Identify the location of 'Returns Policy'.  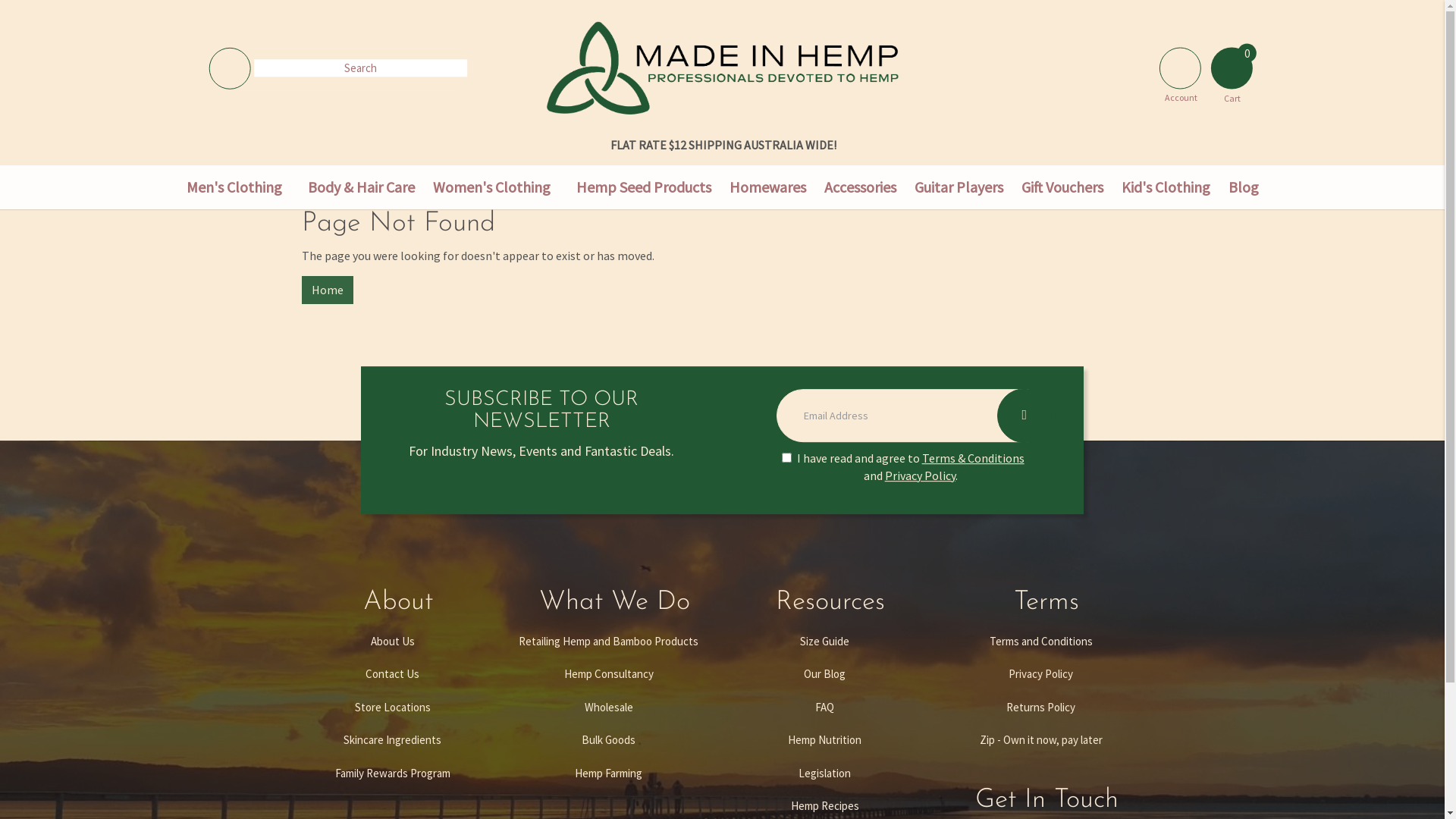
(938, 707).